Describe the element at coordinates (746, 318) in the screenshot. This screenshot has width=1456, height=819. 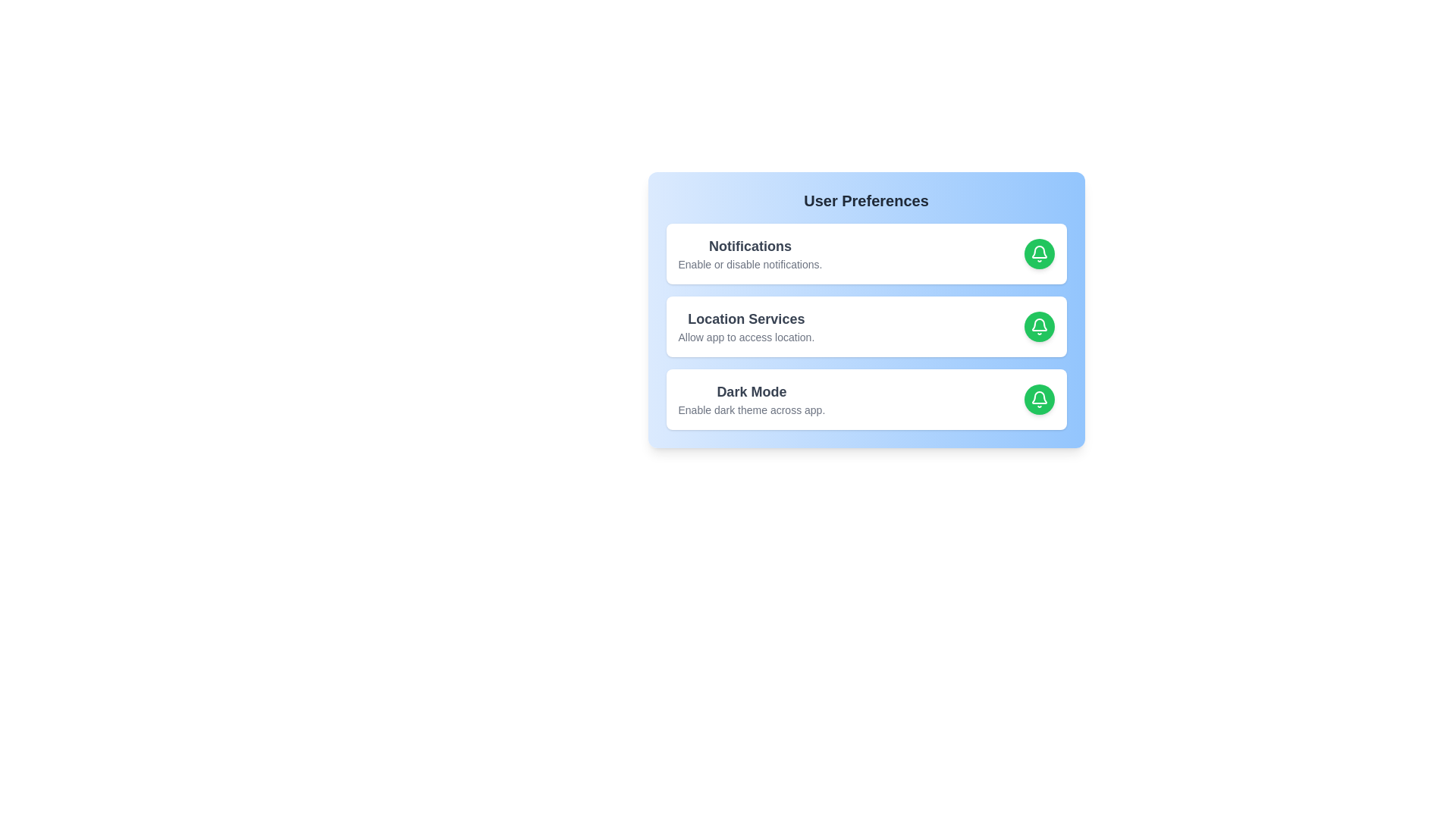
I see `the text of the preference item 'Location Services'` at that location.